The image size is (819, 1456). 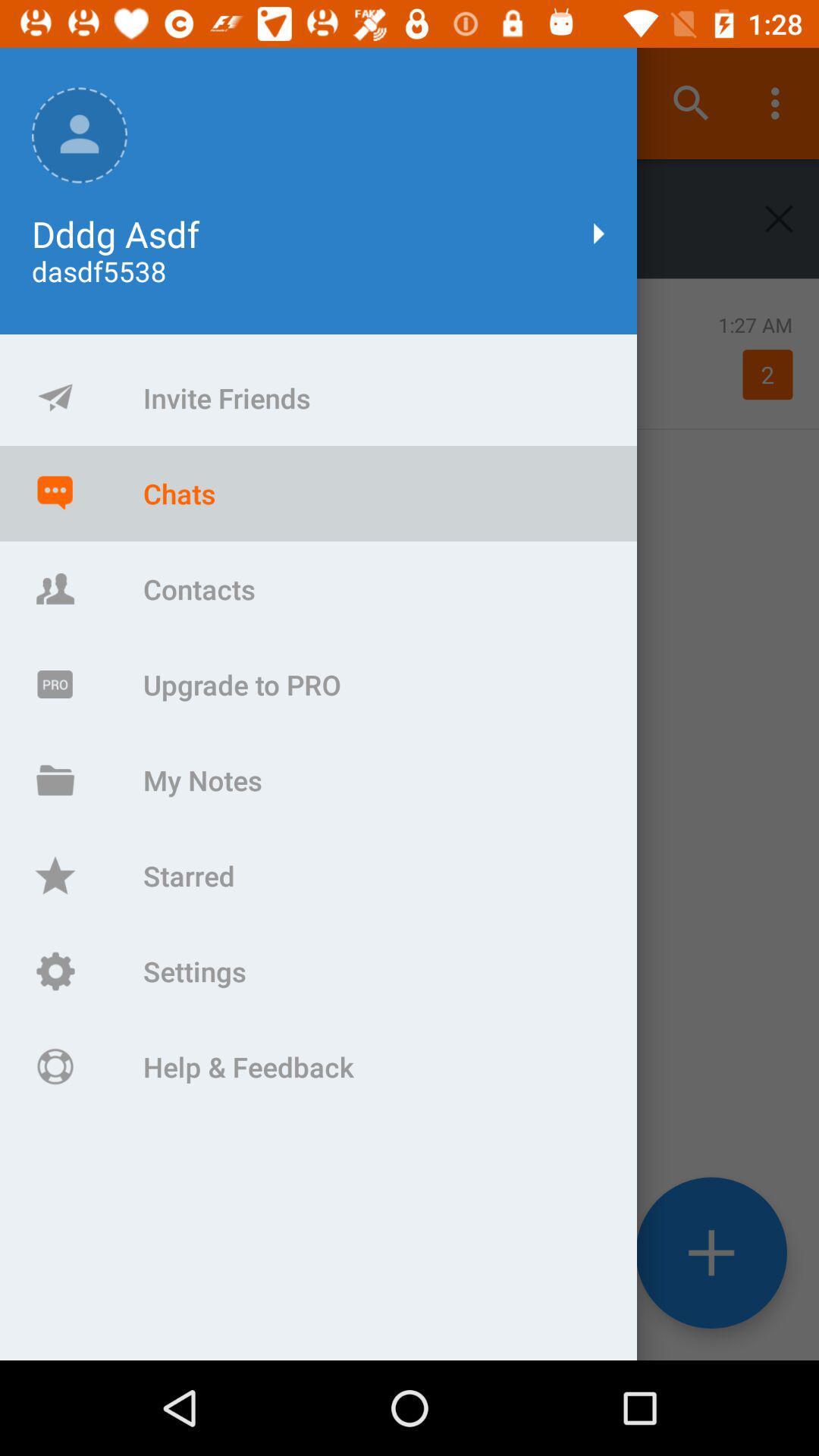 What do you see at coordinates (779, 218) in the screenshot?
I see `button` at bounding box center [779, 218].